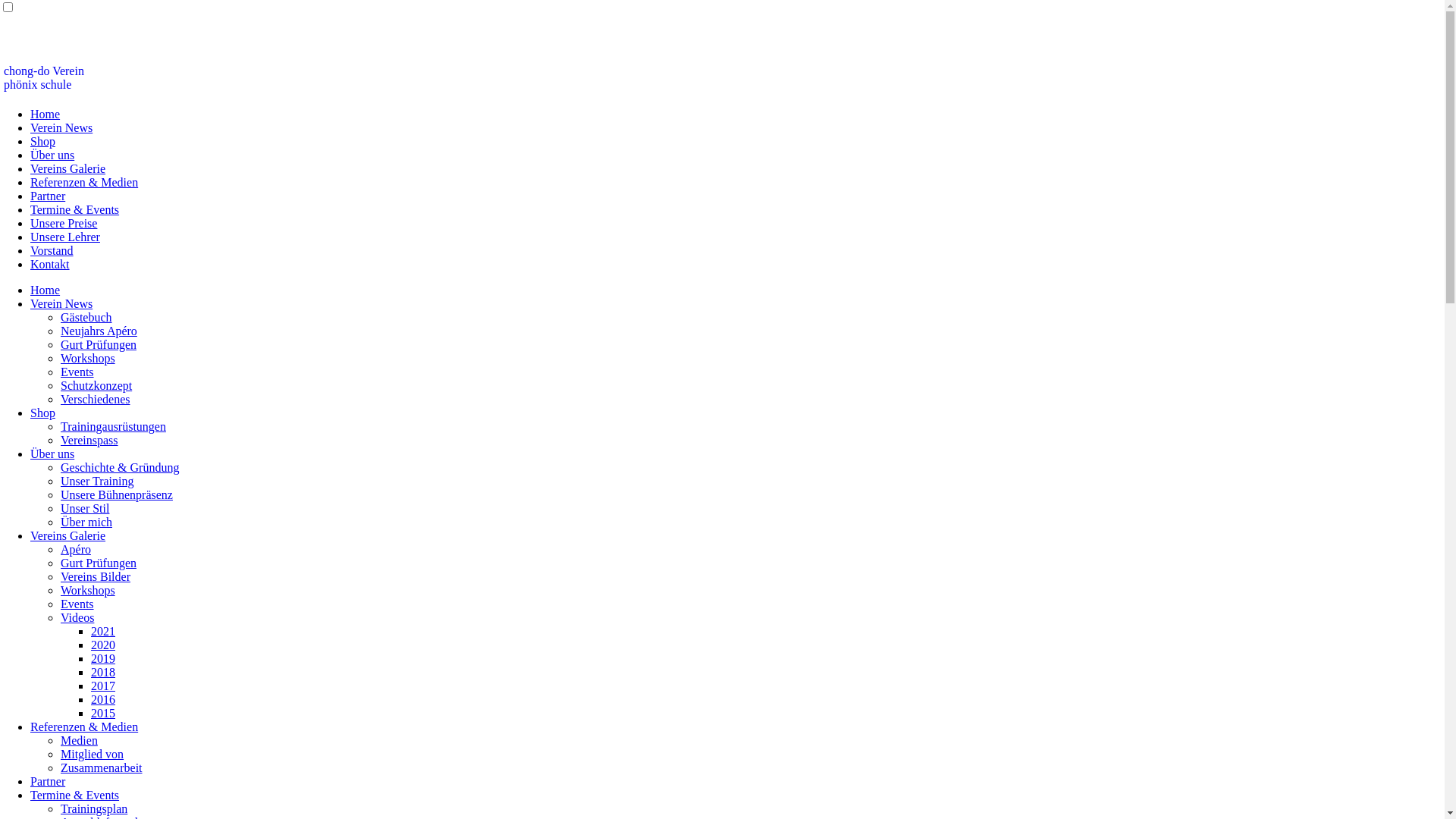  Describe the element at coordinates (89, 440) in the screenshot. I see `'Vereinspass'` at that location.